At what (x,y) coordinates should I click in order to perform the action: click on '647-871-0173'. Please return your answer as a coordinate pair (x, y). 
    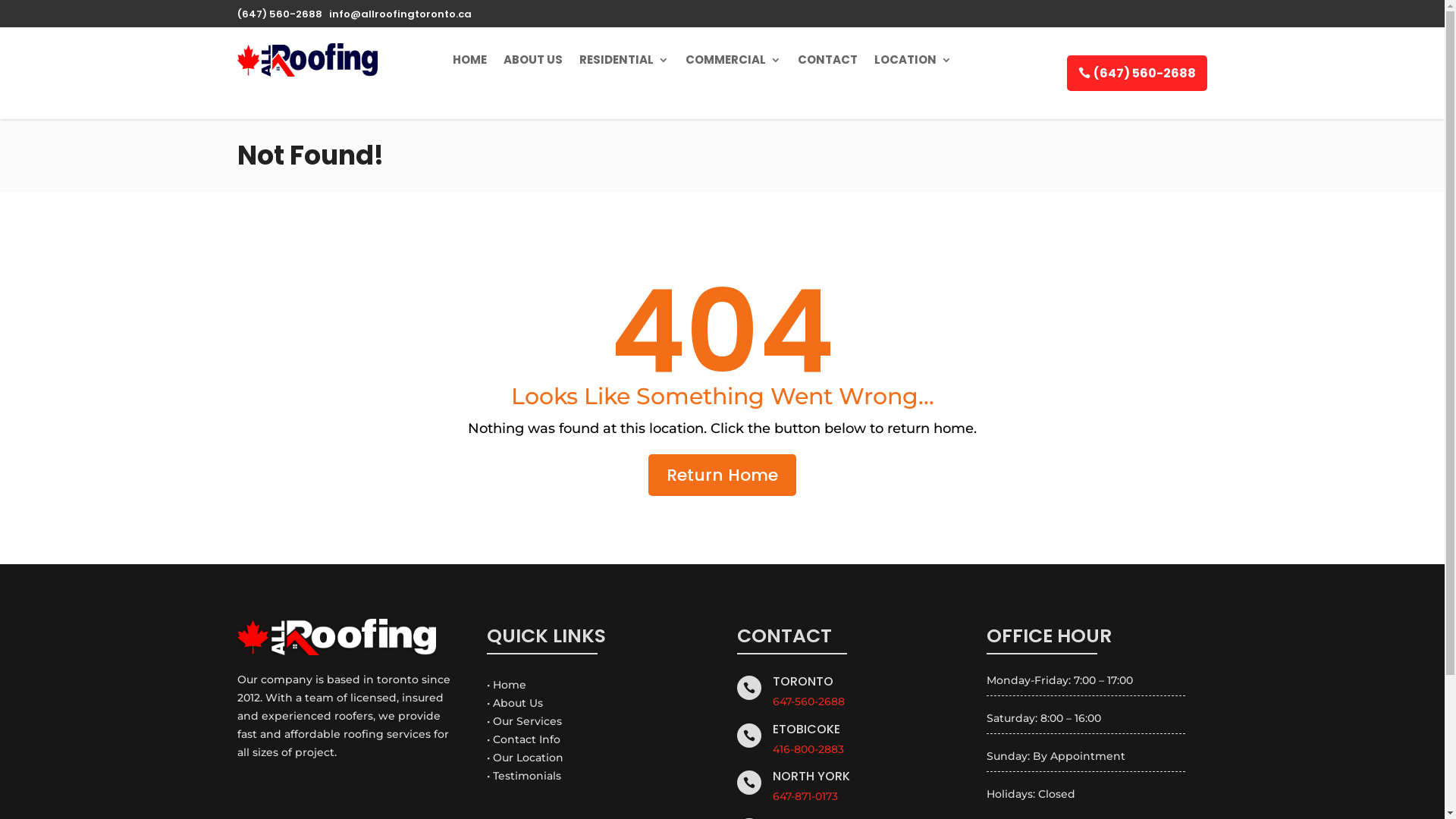
    Looking at the image, I should click on (804, 795).